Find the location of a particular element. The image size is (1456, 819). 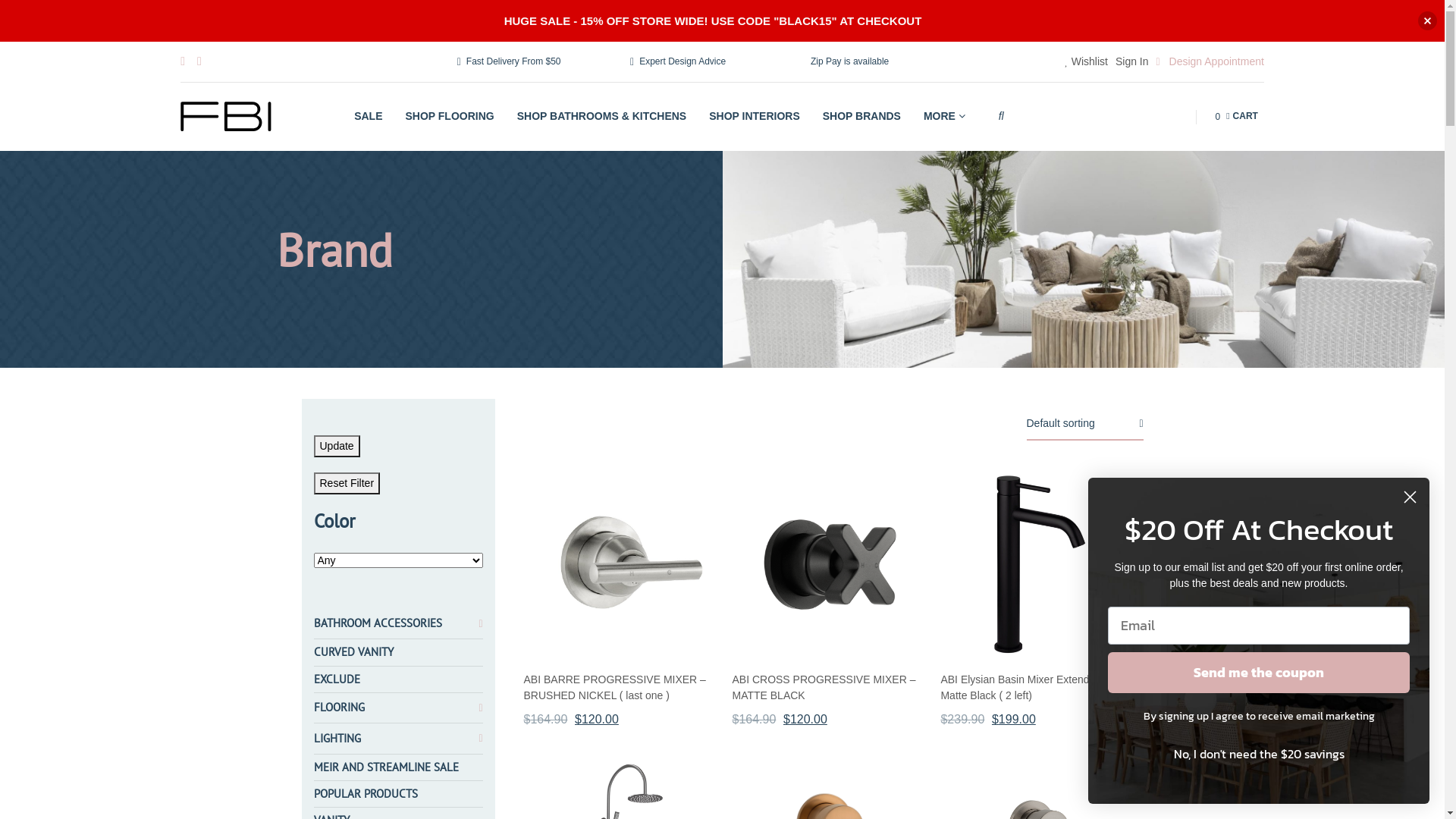

'Update' is located at coordinates (336, 445).